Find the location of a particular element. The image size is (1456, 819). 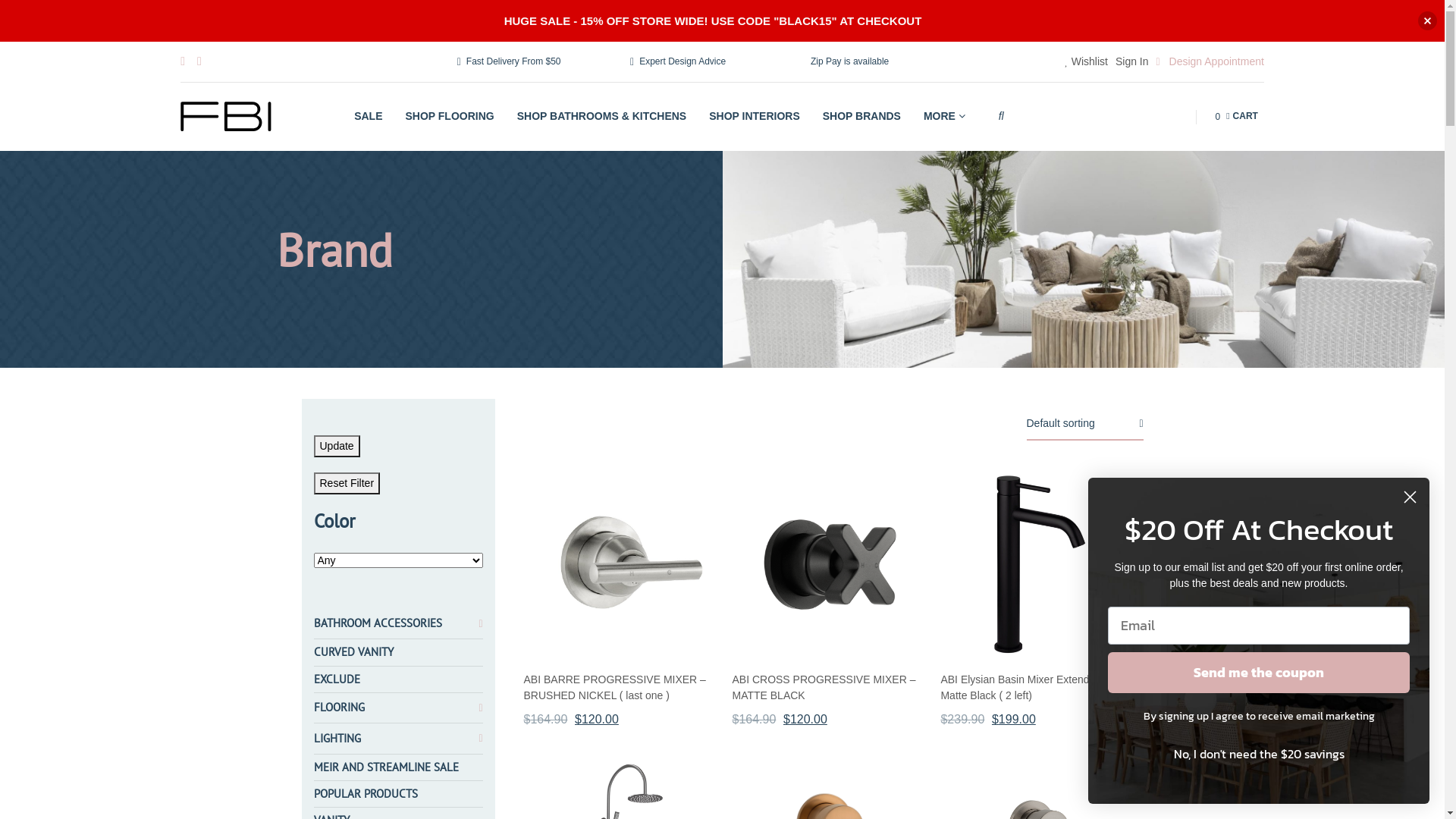

'Update' is located at coordinates (336, 445).